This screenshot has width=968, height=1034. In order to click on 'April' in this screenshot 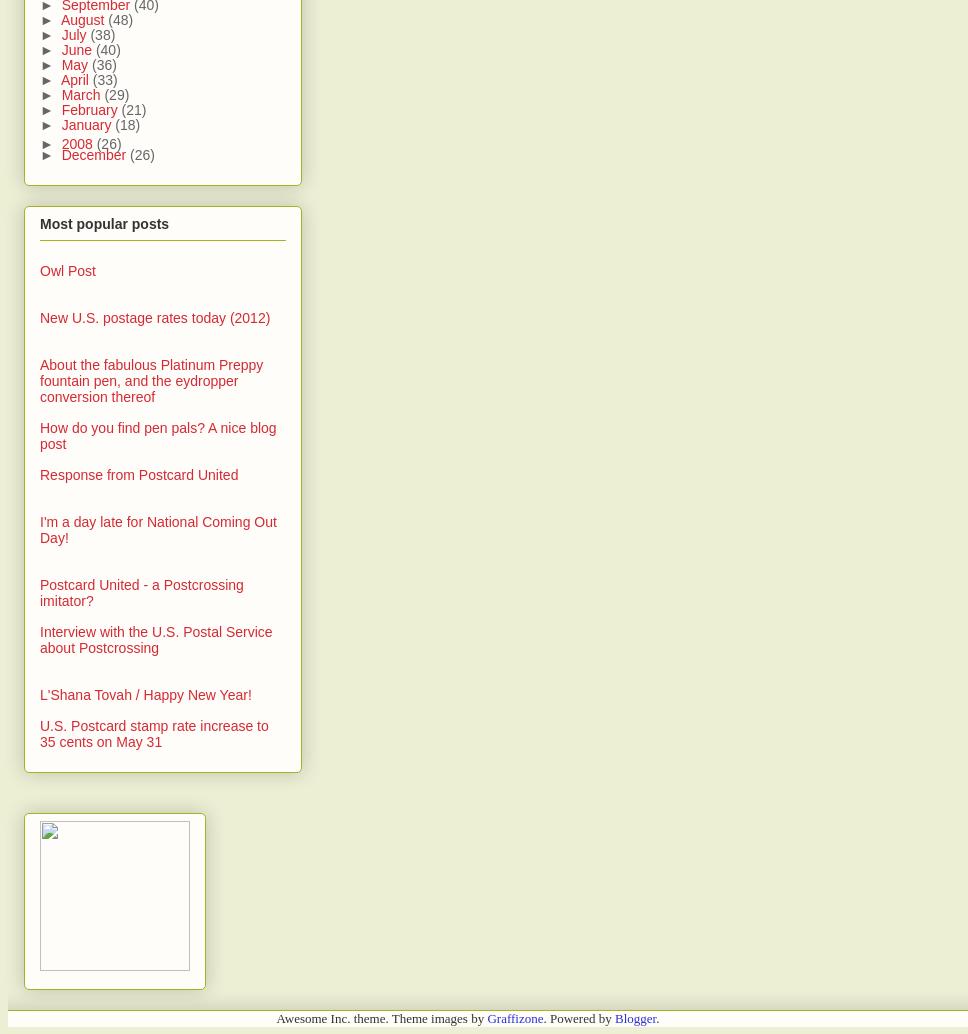, I will do `click(74, 80)`.